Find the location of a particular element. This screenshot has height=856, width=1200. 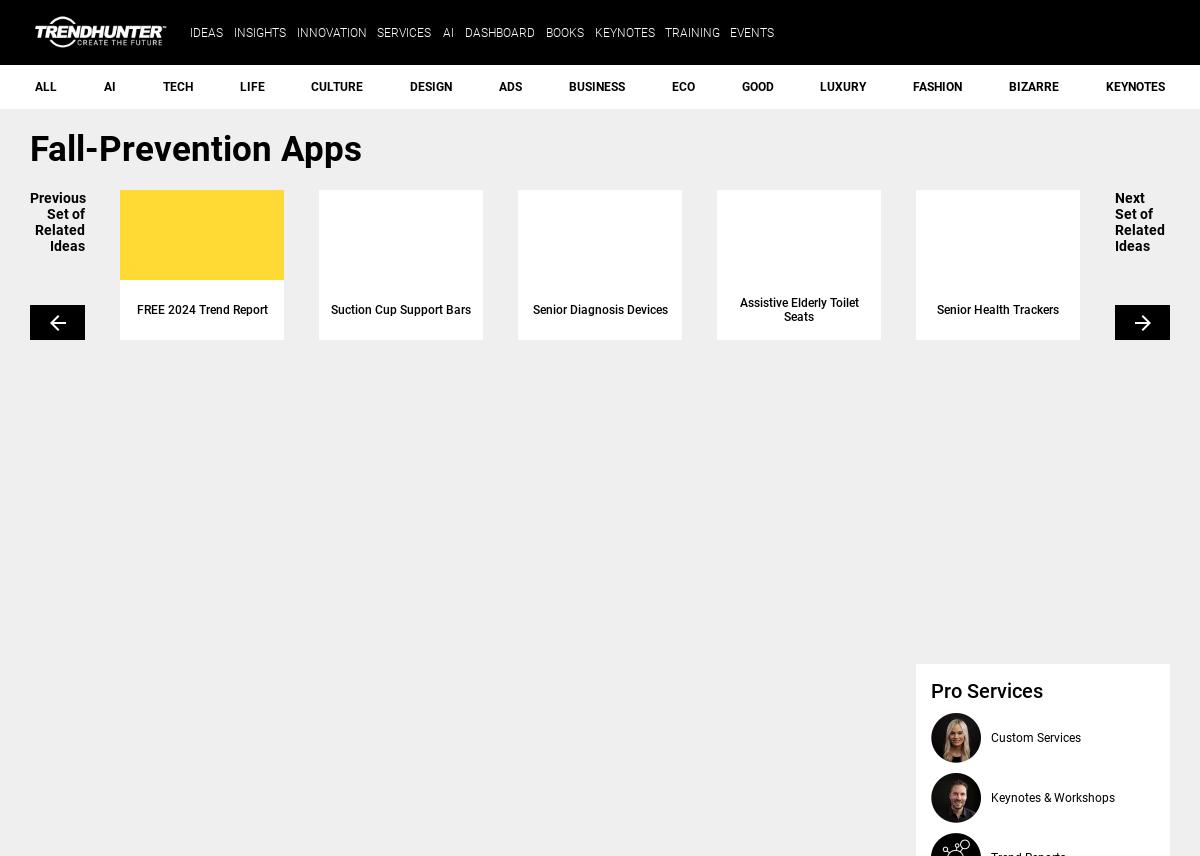

'Insights' is located at coordinates (233, 32).